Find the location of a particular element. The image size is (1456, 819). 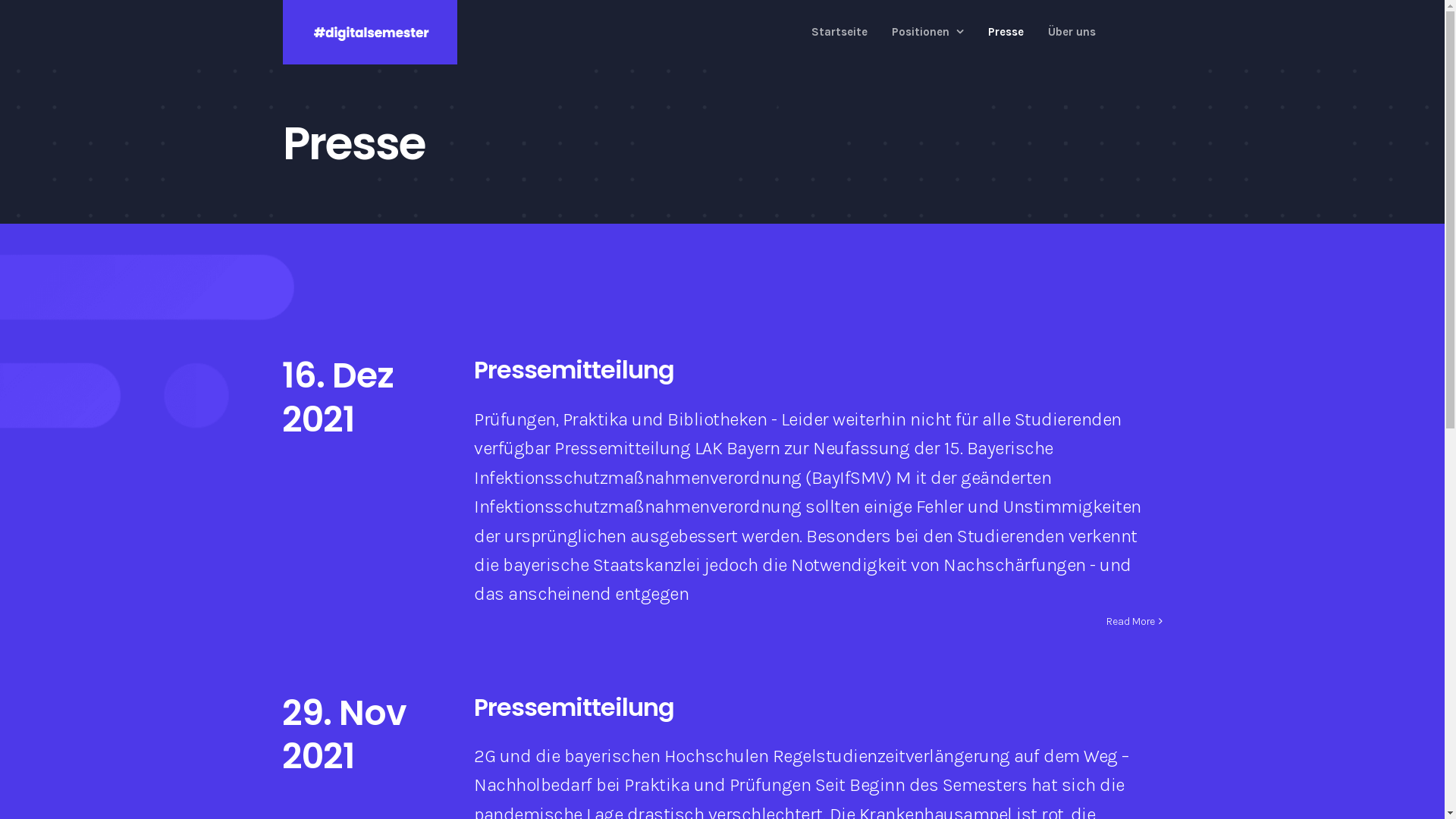

'Presse' is located at coordinates (1006, 32).